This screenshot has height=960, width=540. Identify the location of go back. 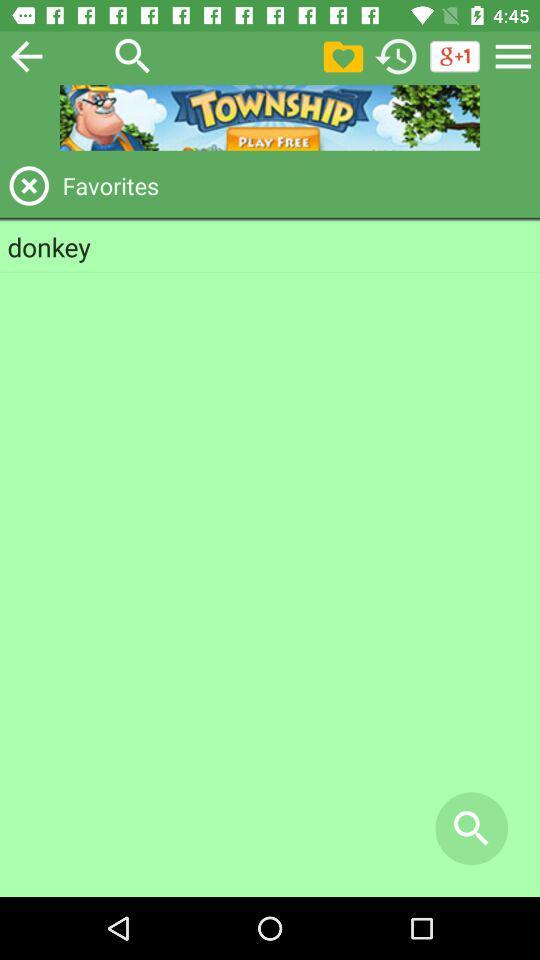
(513, 55).